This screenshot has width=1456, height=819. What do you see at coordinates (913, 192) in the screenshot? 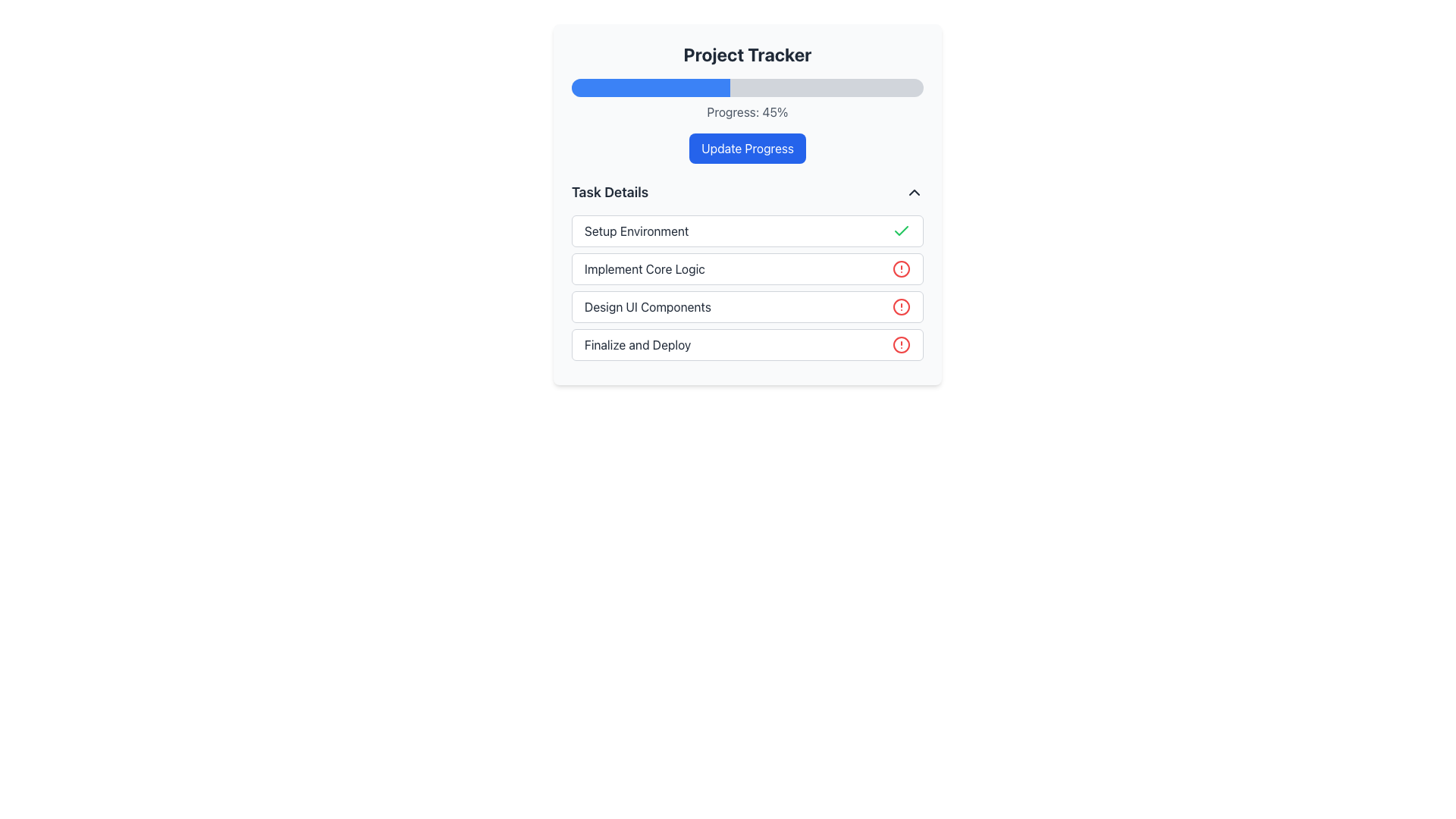
I see `the Chevron or Arrow Up icon located to the right of the 'Task Details' text` at bounding box center [913, 192].